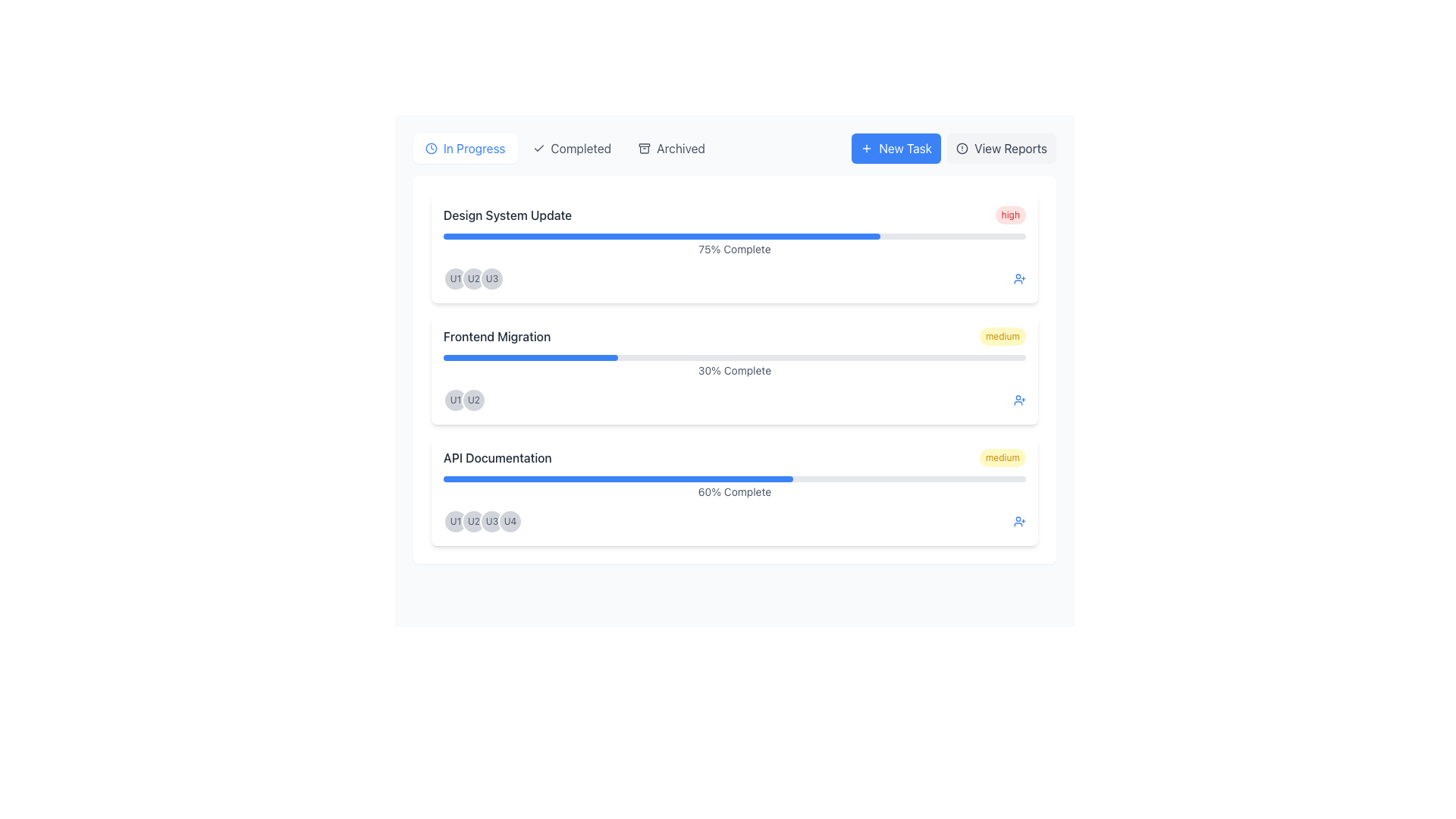 The image size is (1456, 819). What do you see at coordinates (735, 248) in the screenshot?
I see `the text label reading '75% Complete' which is positioned below the blue progress bar in the task card for 'Design System Update'` at bounding box center [735, 248].